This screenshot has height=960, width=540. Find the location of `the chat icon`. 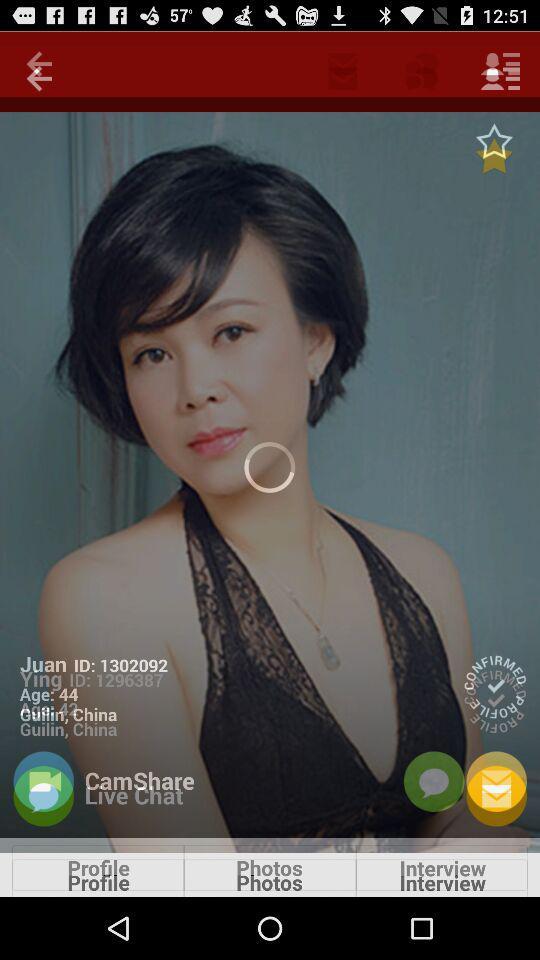

the chat icon is located at coordinates (434, 836).